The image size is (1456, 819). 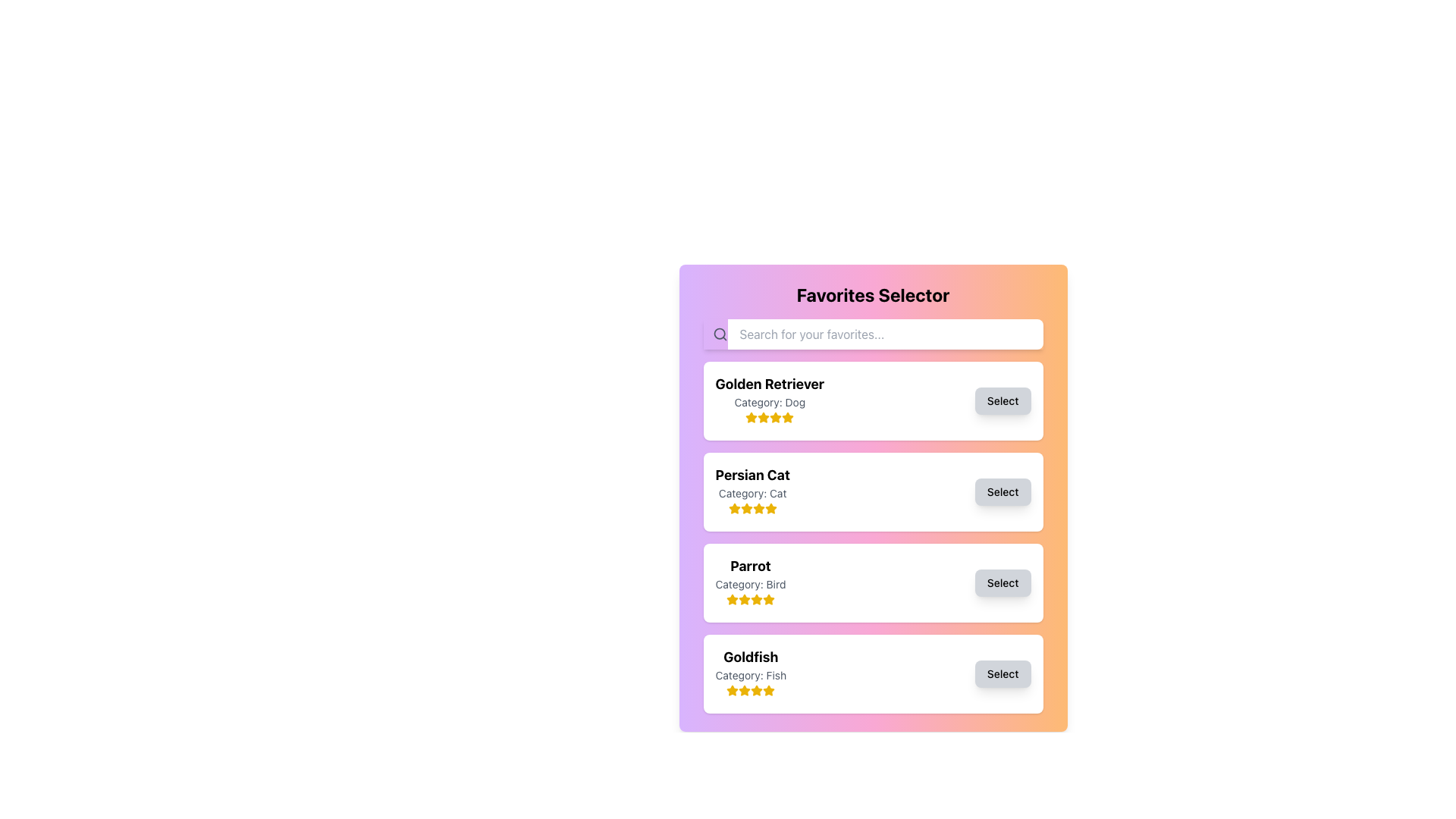 I want to click on the third filled star icon representing the third level of the rating for the 'Parrot' entry in the list, so click(x=744, y=598).